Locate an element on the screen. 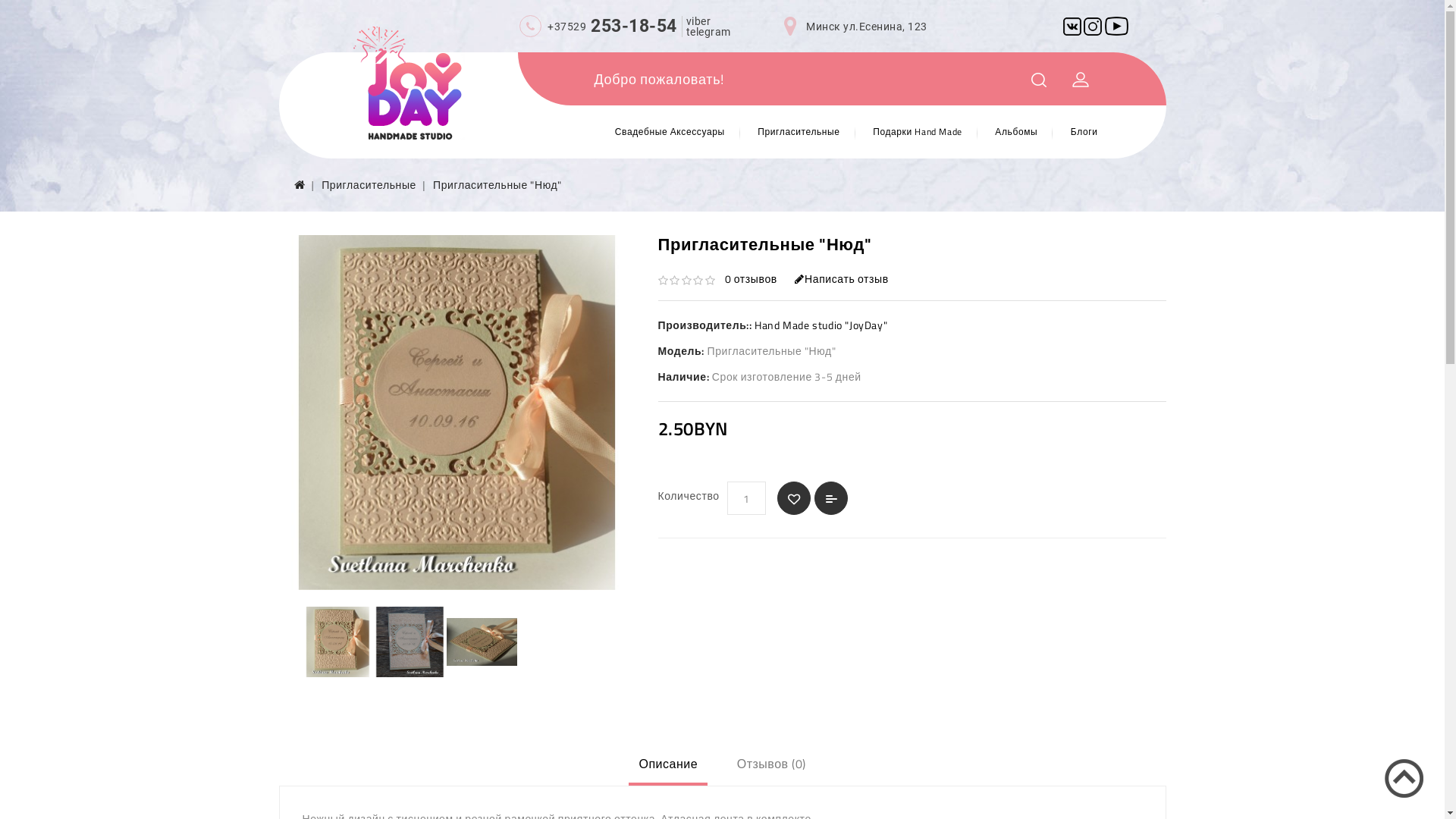 The width and height of the screenshot is (1456, 819). 'JoyDay  - HandMade studio' is located at coordinates (407, 83).